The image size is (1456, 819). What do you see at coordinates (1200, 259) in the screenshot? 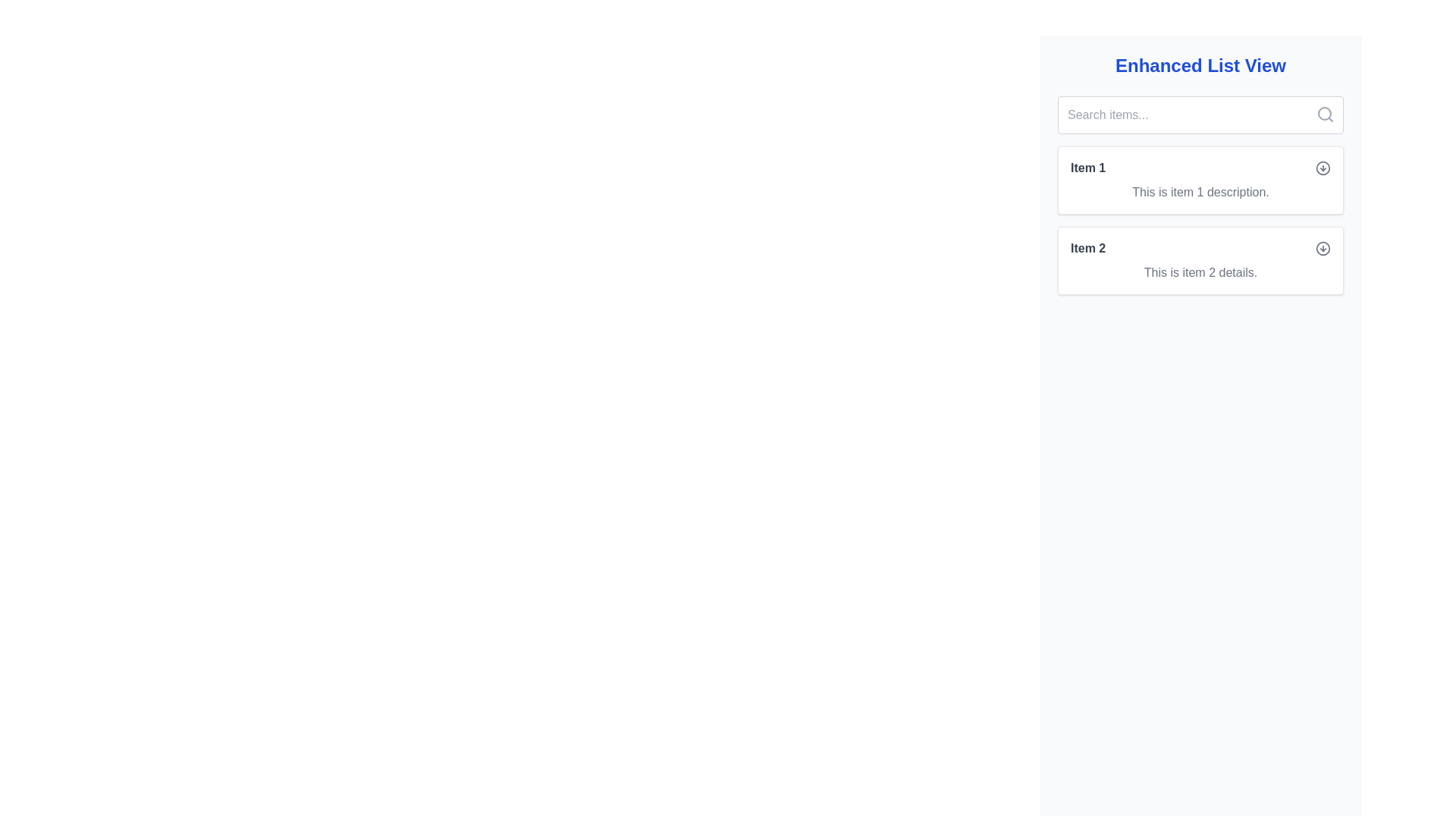
I see `the second Card element in the Enhanced List View` at bounding box center [1200, 259].